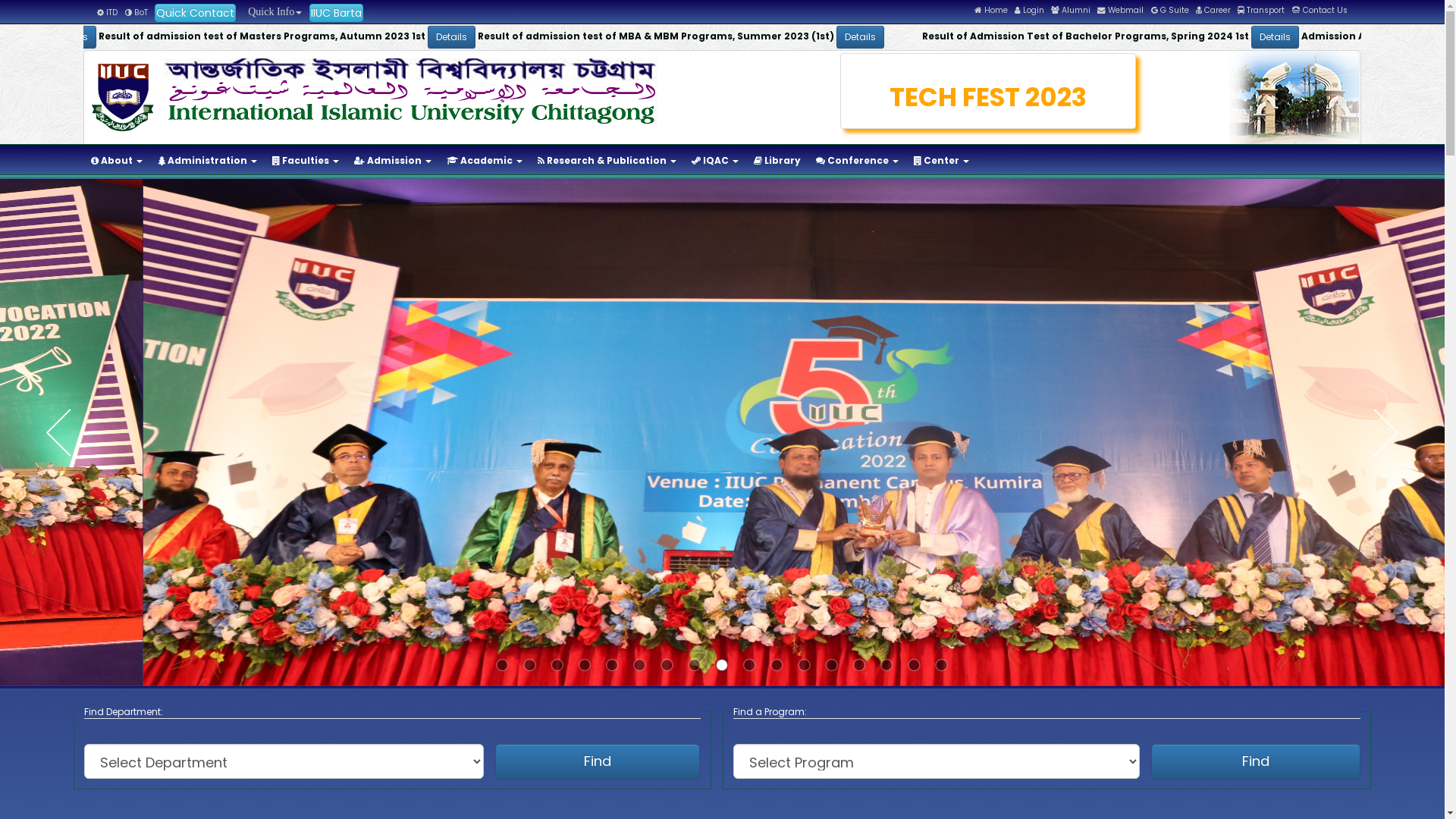 This screenshot has height=819, width=1456. Describe the element at coordinates (272, 11) in the screenshot. I see `'  Quick Info'` at that location.